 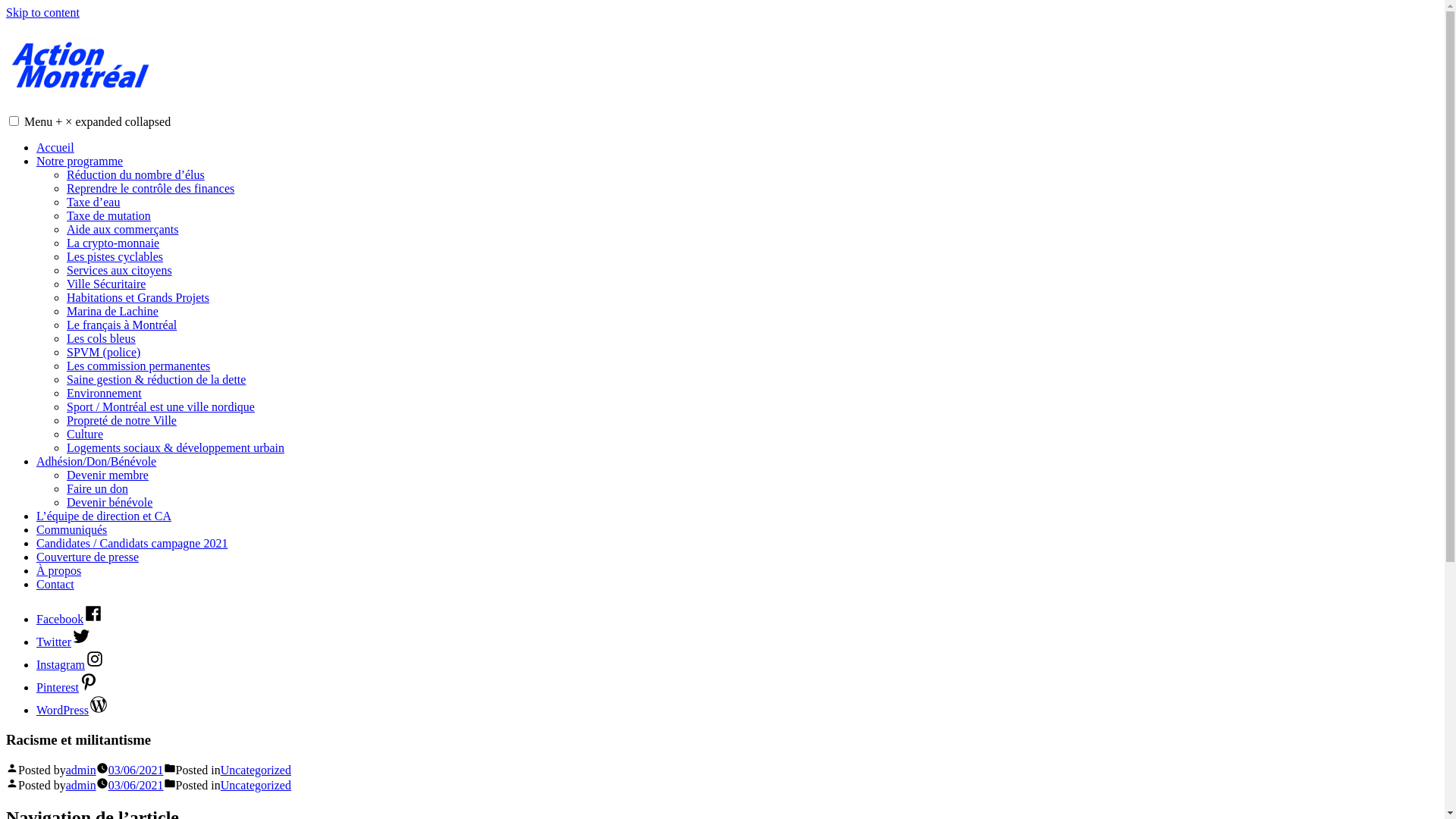 I want to click on 'WordPress', so click(x=71, y=710).